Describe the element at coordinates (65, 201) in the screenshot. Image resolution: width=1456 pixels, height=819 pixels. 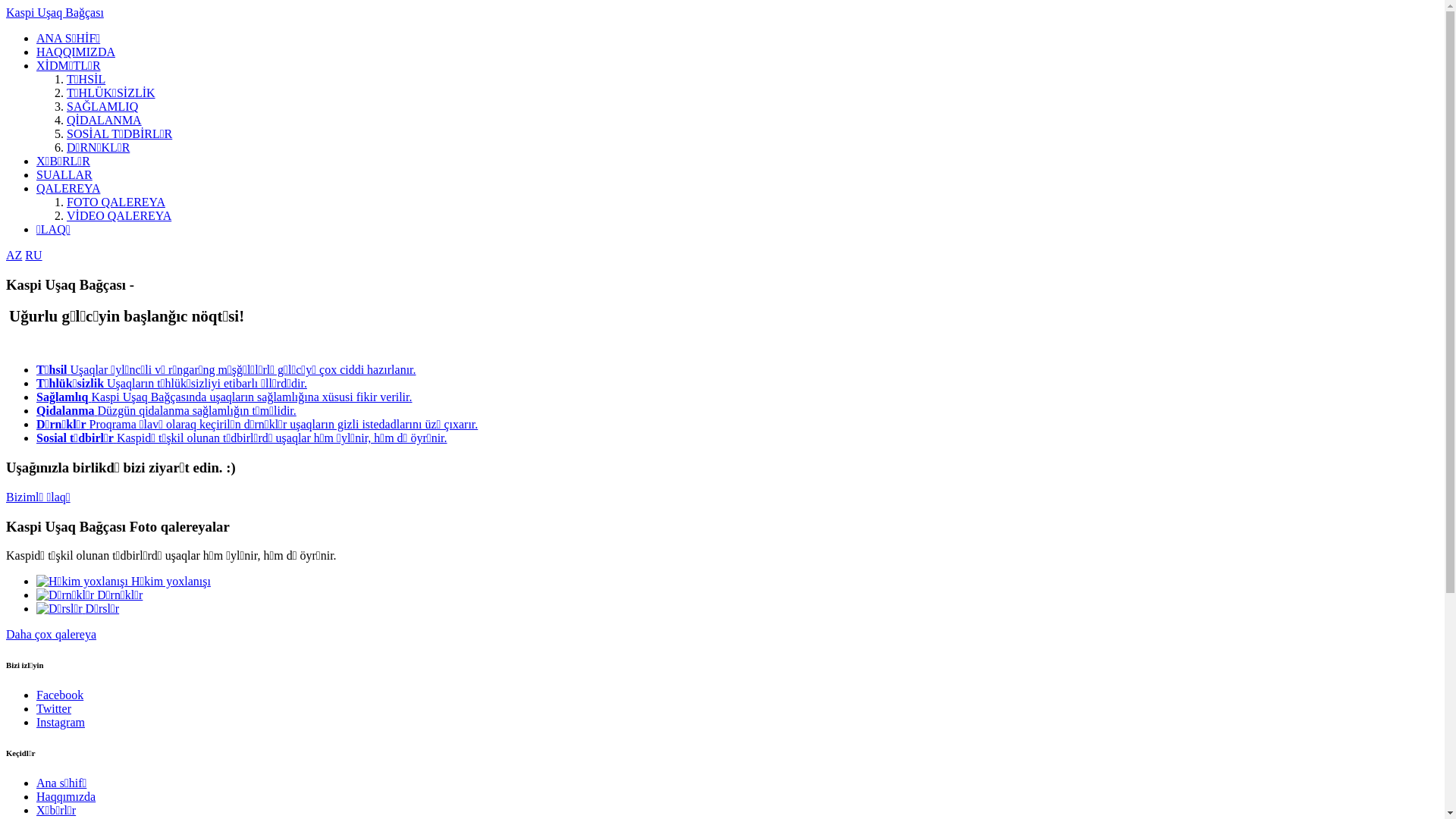
I see `'FOTO QALEREYA'` at that location.